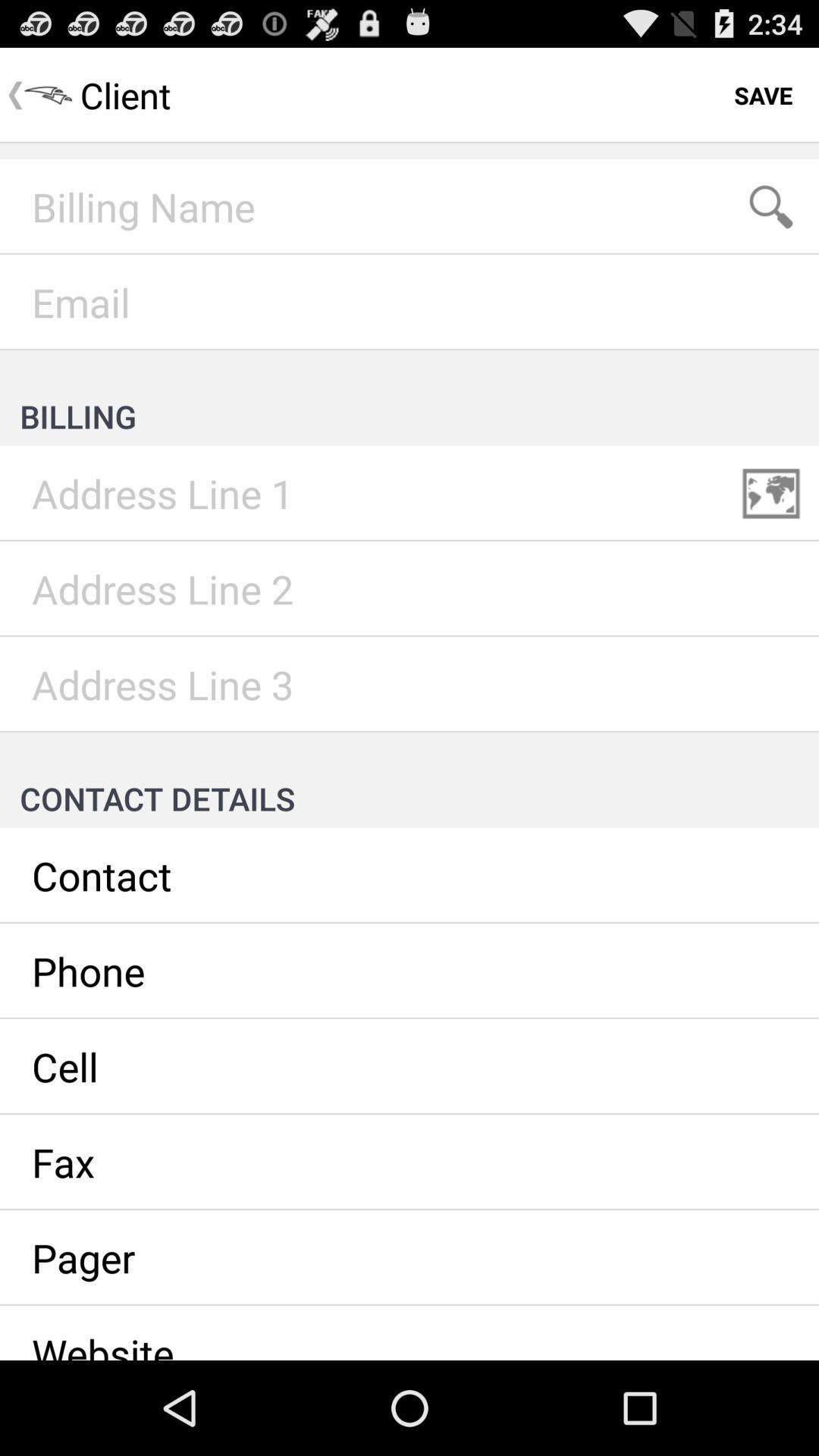 This screenshot has height=1456, width=819. Describe the element at coordinates (763, 94) in the screenshot. I see `the item next to client` at that location.